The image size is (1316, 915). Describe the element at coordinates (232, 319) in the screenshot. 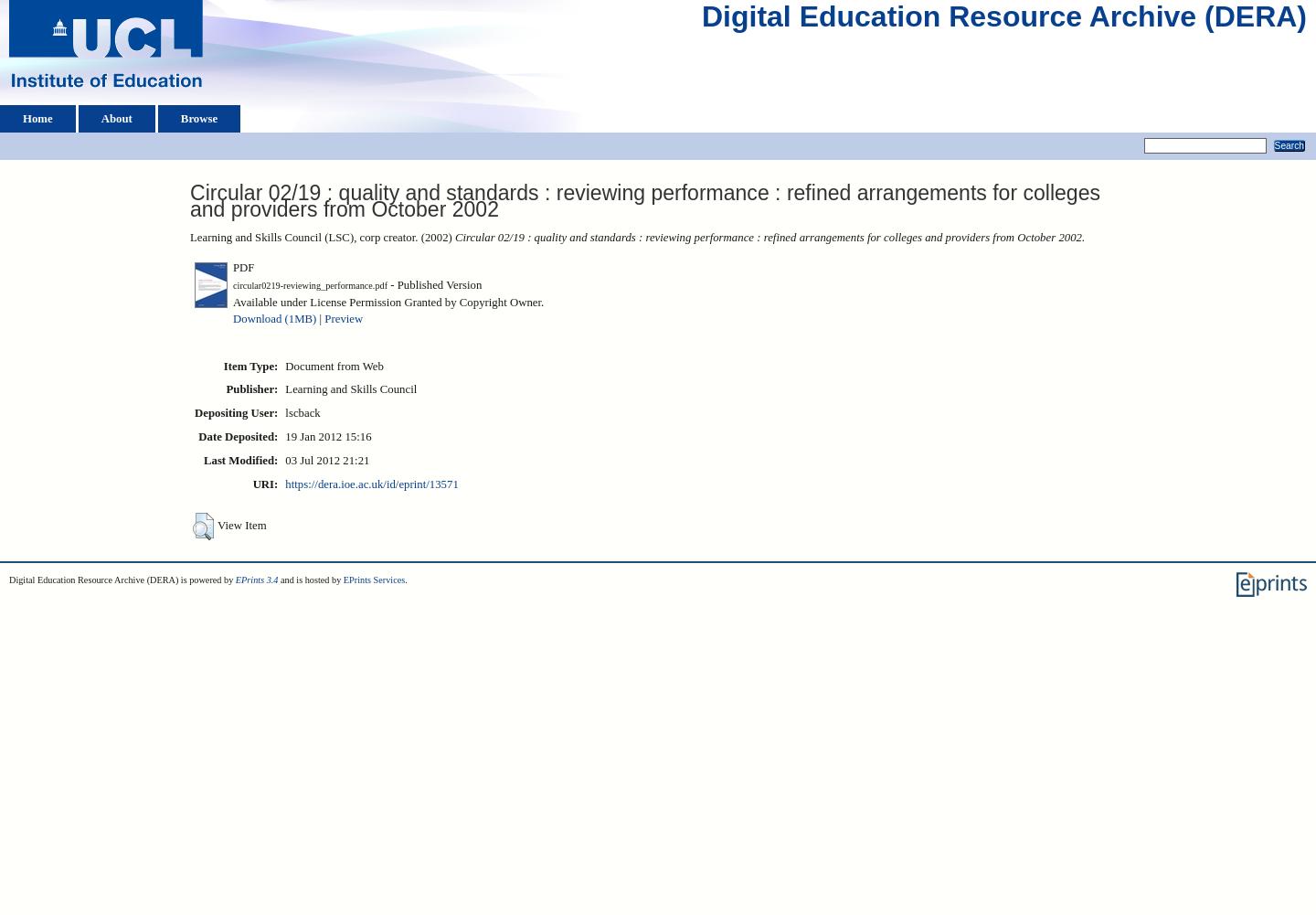

I see `'Download (1MB)'` at that location.